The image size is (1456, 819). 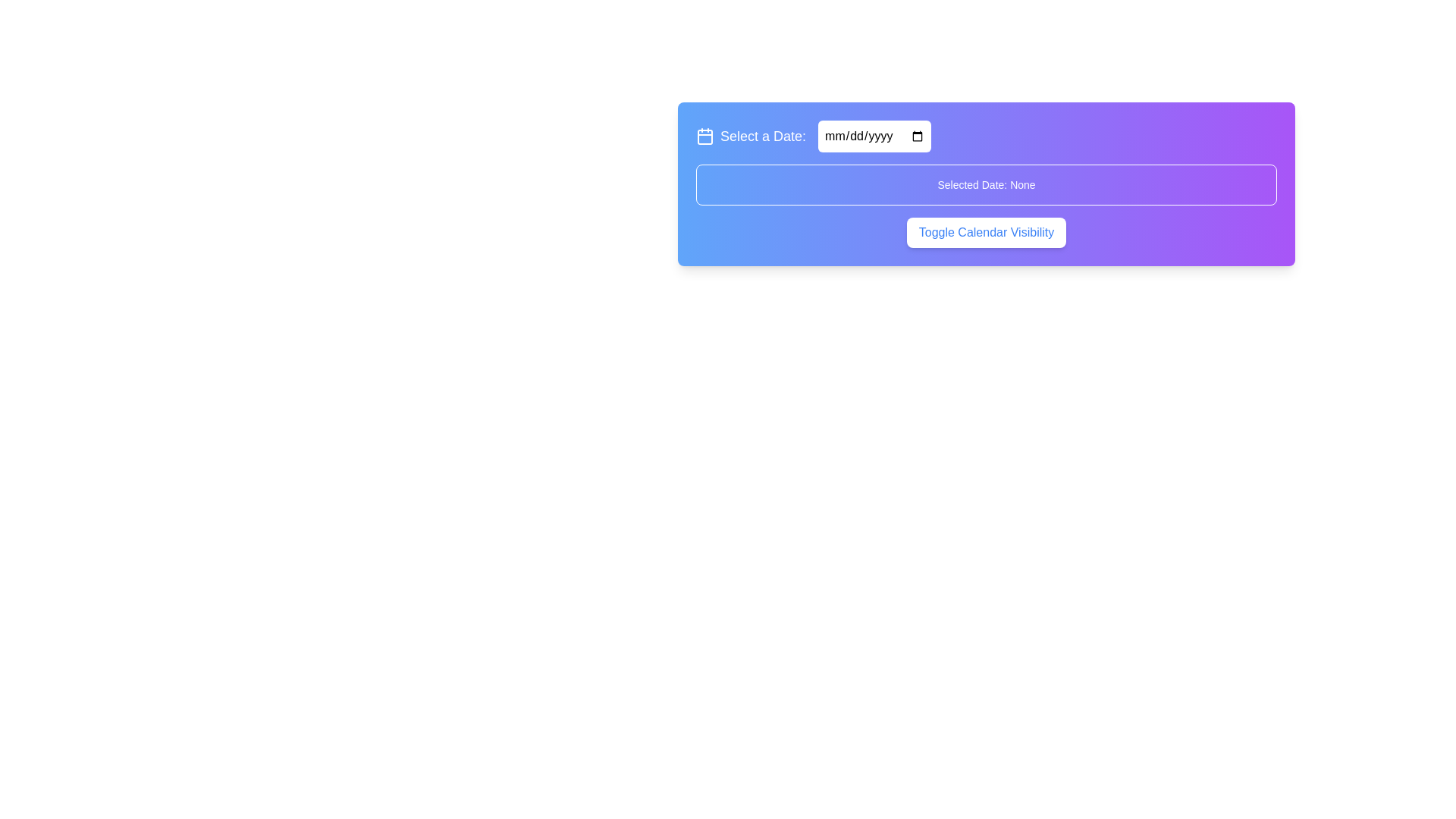 What do you see at coordinates (874, 136) in the screenshot?
I see `the Date input field located to the right of the 'Select a Date:' label` at bounding box center [874, 136].